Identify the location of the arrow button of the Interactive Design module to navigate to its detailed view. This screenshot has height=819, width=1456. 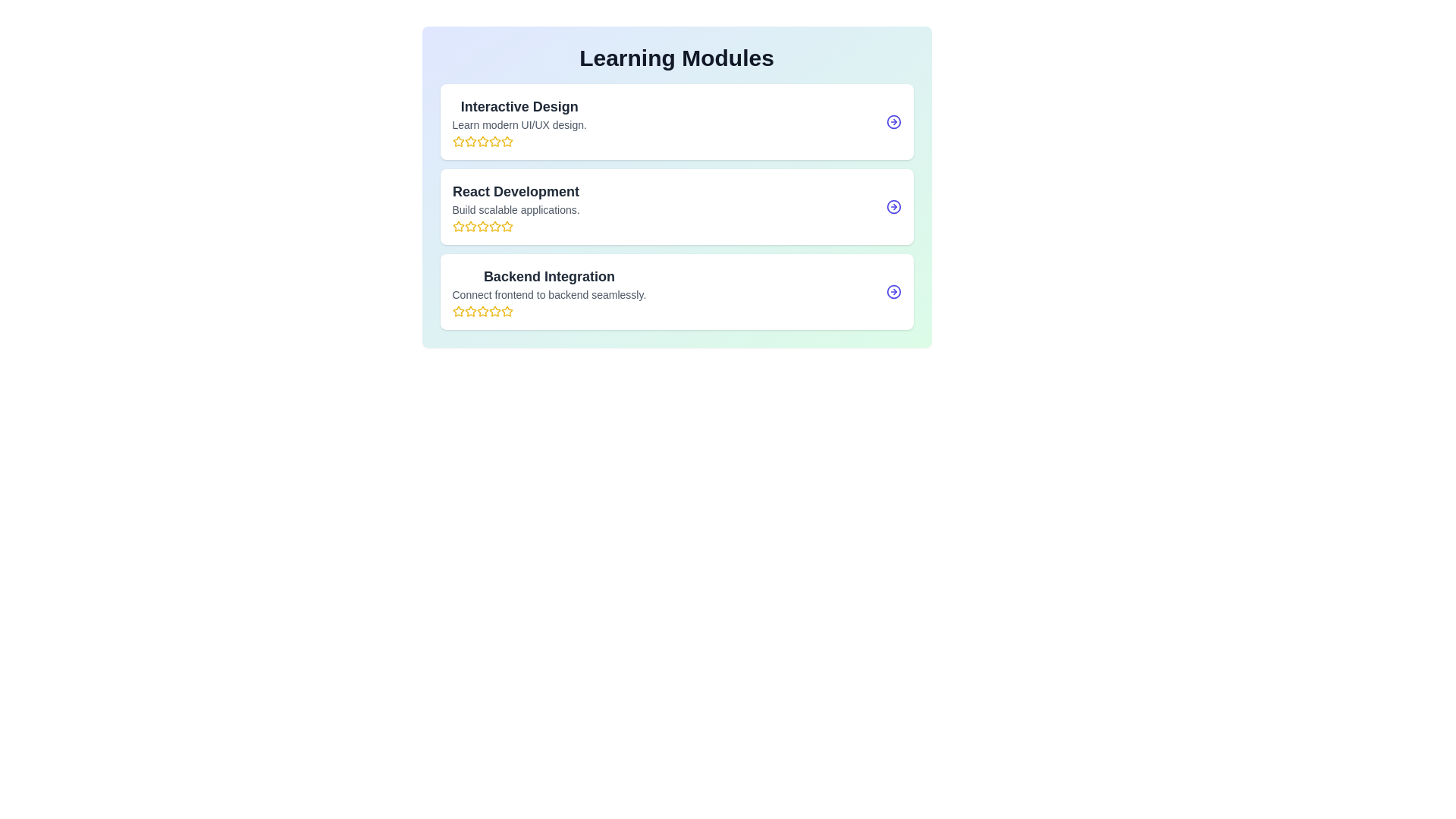
(893, 121).